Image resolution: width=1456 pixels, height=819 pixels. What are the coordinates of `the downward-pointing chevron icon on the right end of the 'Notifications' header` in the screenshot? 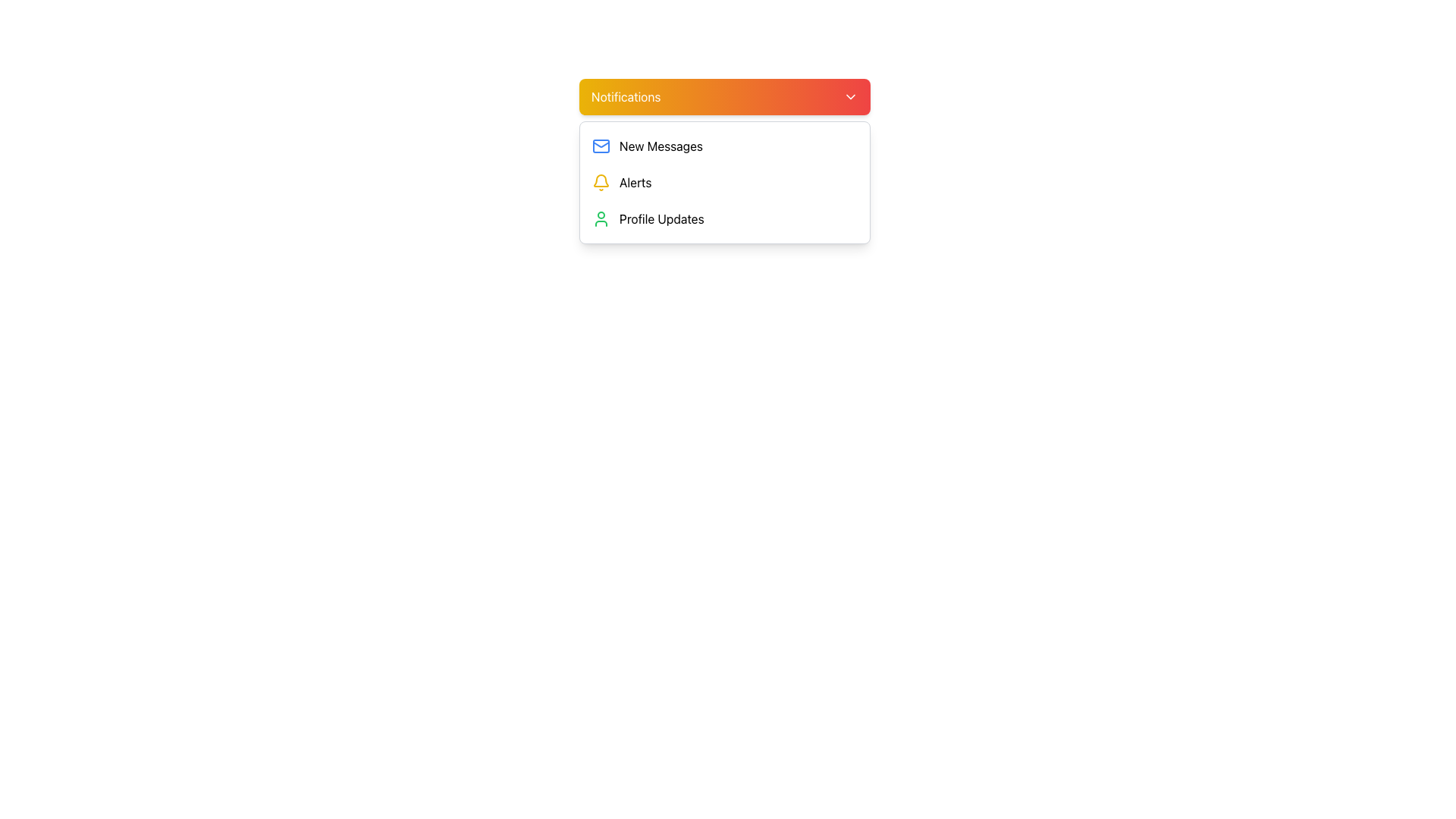 It's located at (851, 96).